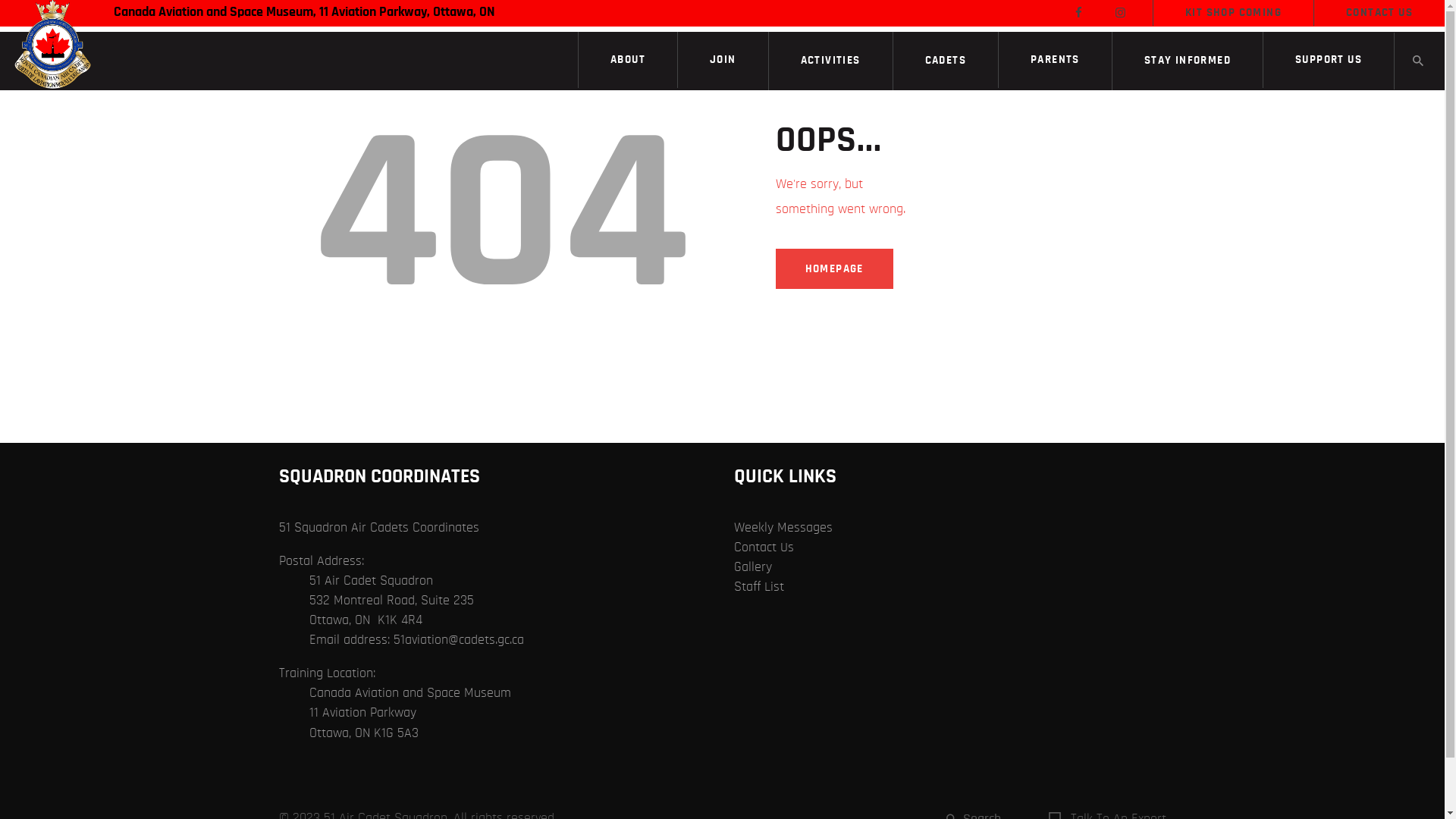 This screenshot has height=819, width=1456. I want to click on '51aviation@cadets.gc.ca', so click(393, 640).